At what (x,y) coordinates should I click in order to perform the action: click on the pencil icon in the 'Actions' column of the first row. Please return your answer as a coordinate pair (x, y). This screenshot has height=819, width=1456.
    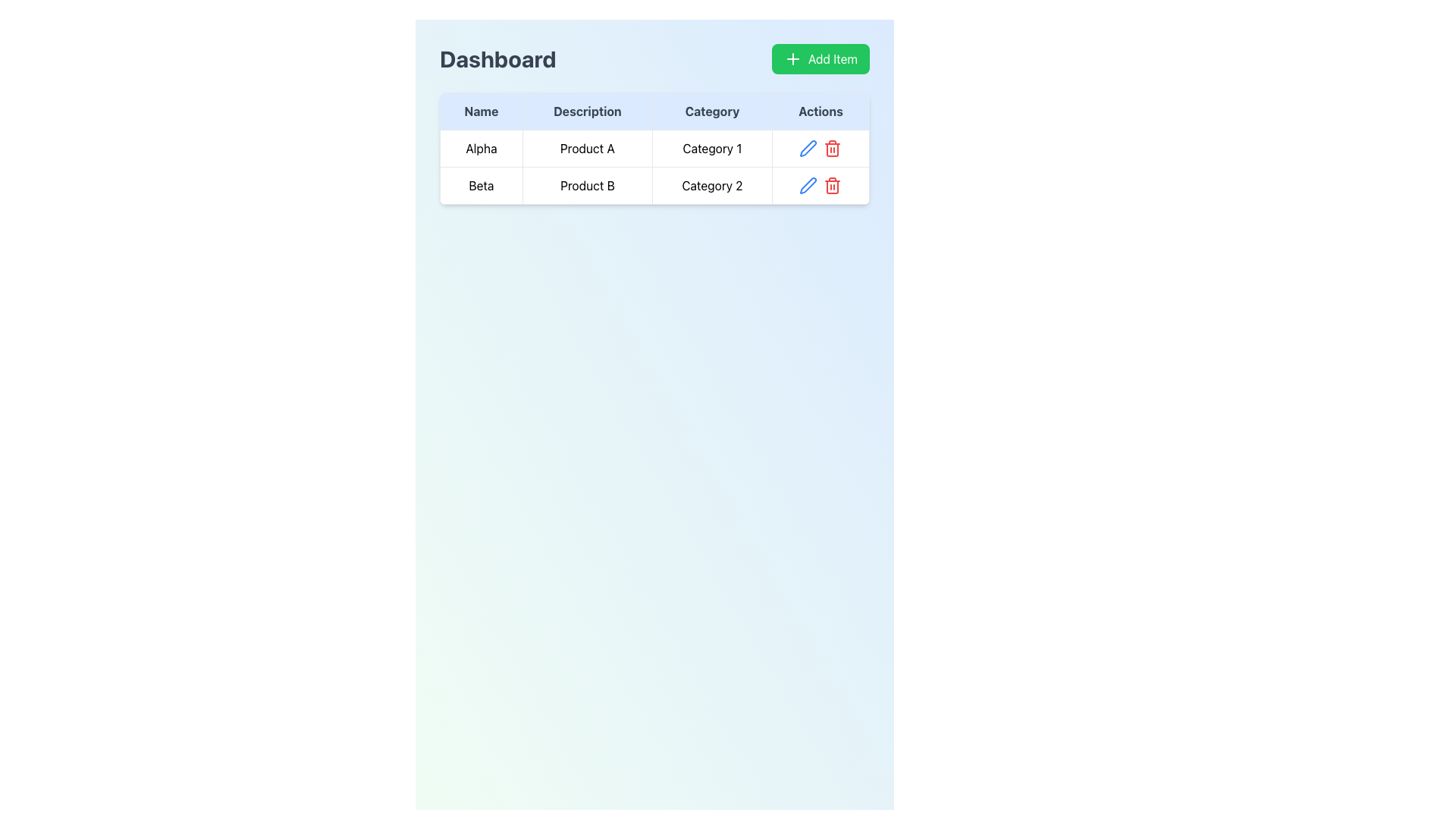
    Looking at the image, I should click on (820, 149).